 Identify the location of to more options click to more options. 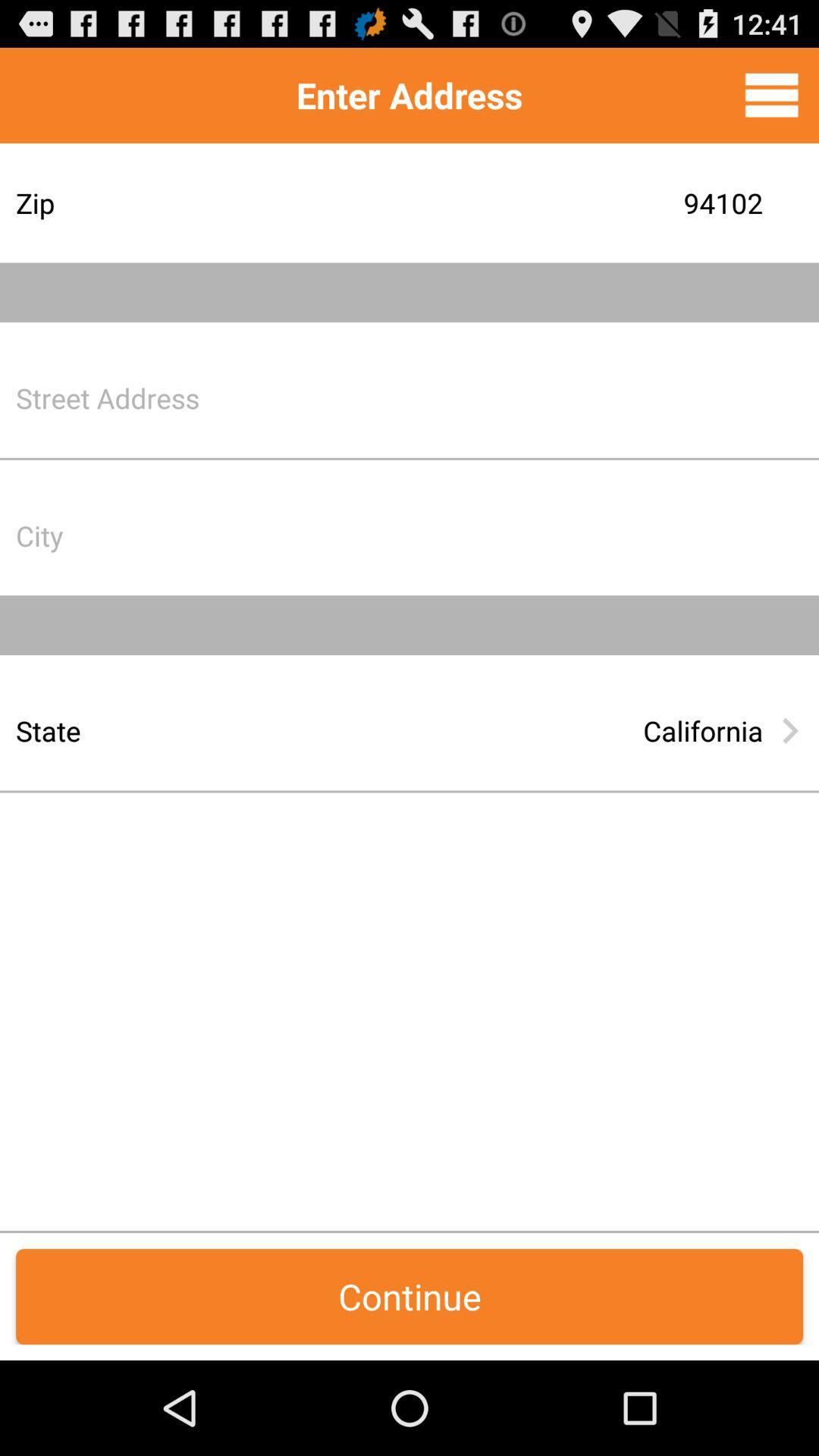
(771, 94).